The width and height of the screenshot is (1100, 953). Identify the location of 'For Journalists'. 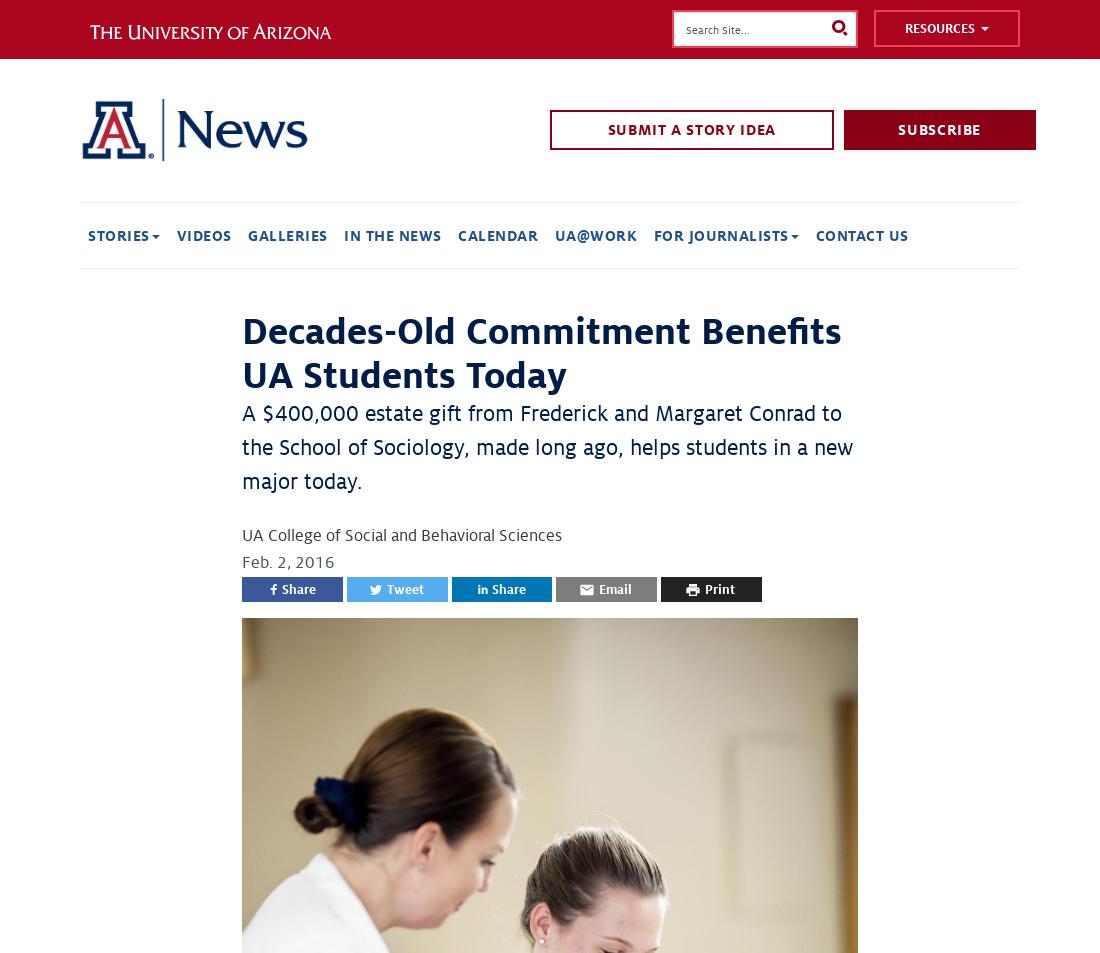
(722, 234).